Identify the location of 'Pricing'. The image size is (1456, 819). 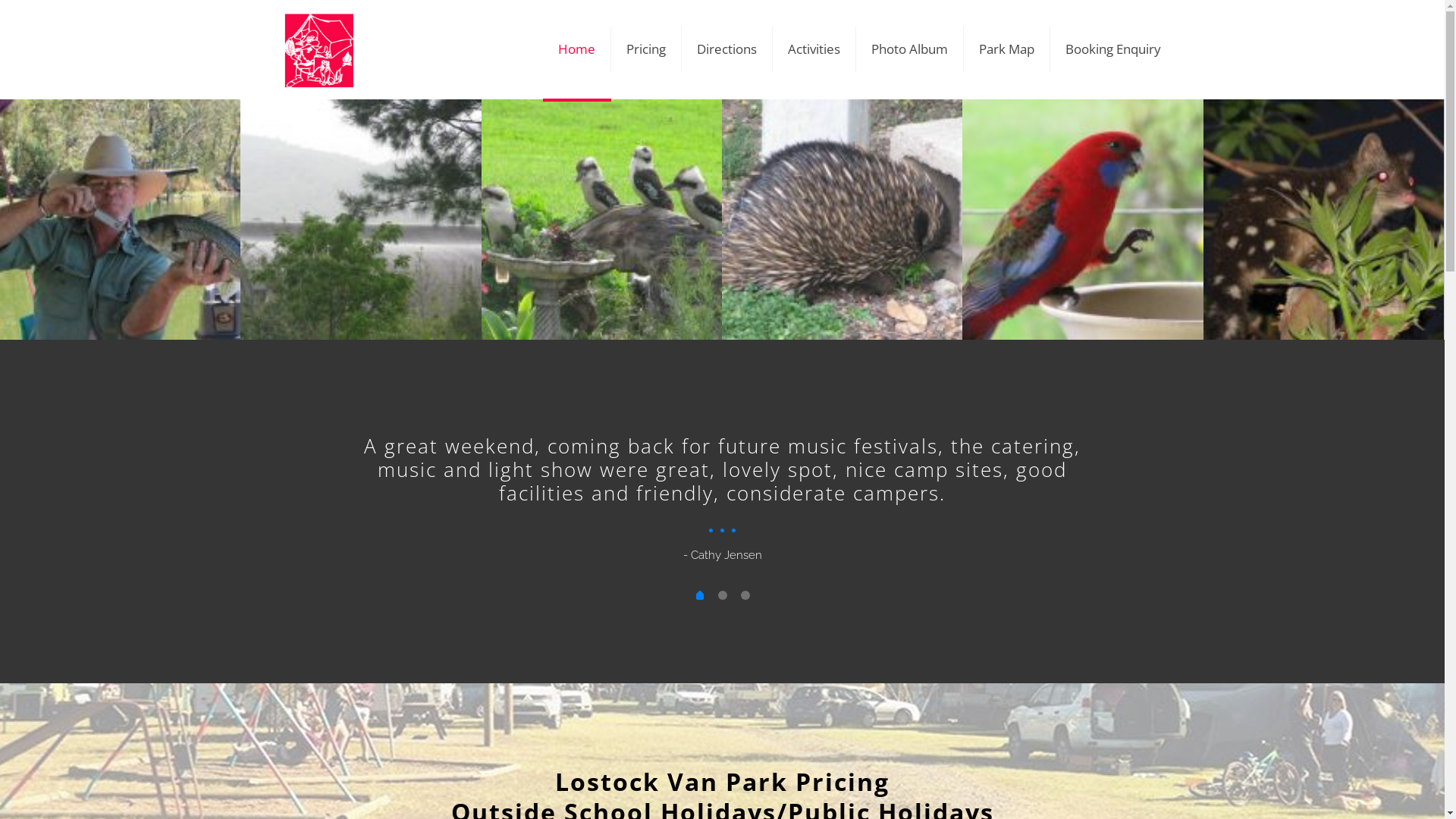
(611, 49).